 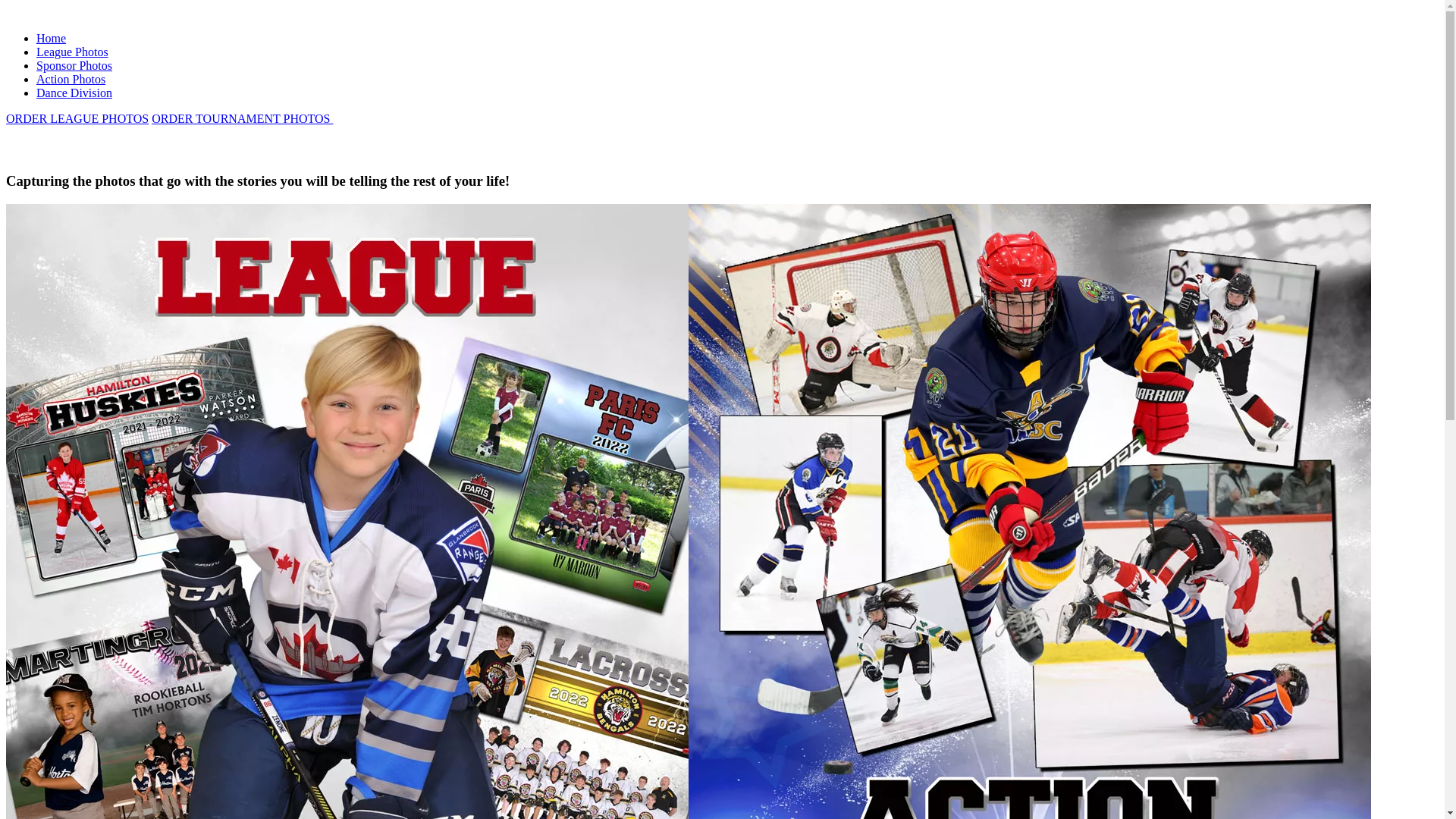 What do you see at coordinates (36, 37) in the screenshot?
I see `'Home'` at bounding box center [36, 37].